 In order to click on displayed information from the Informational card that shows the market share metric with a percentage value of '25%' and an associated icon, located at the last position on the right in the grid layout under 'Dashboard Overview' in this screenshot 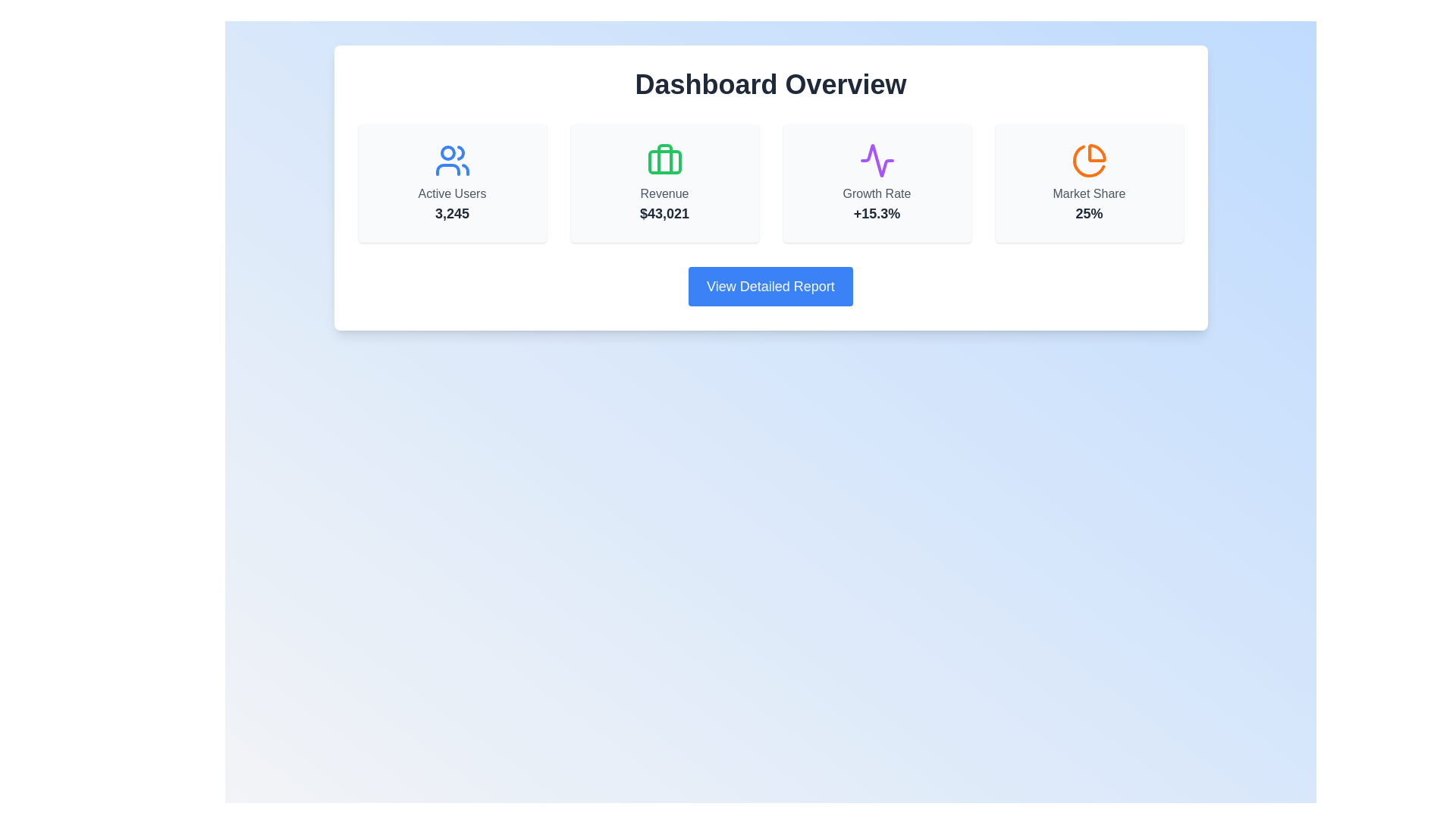, I will do `click(1088, 183)`.